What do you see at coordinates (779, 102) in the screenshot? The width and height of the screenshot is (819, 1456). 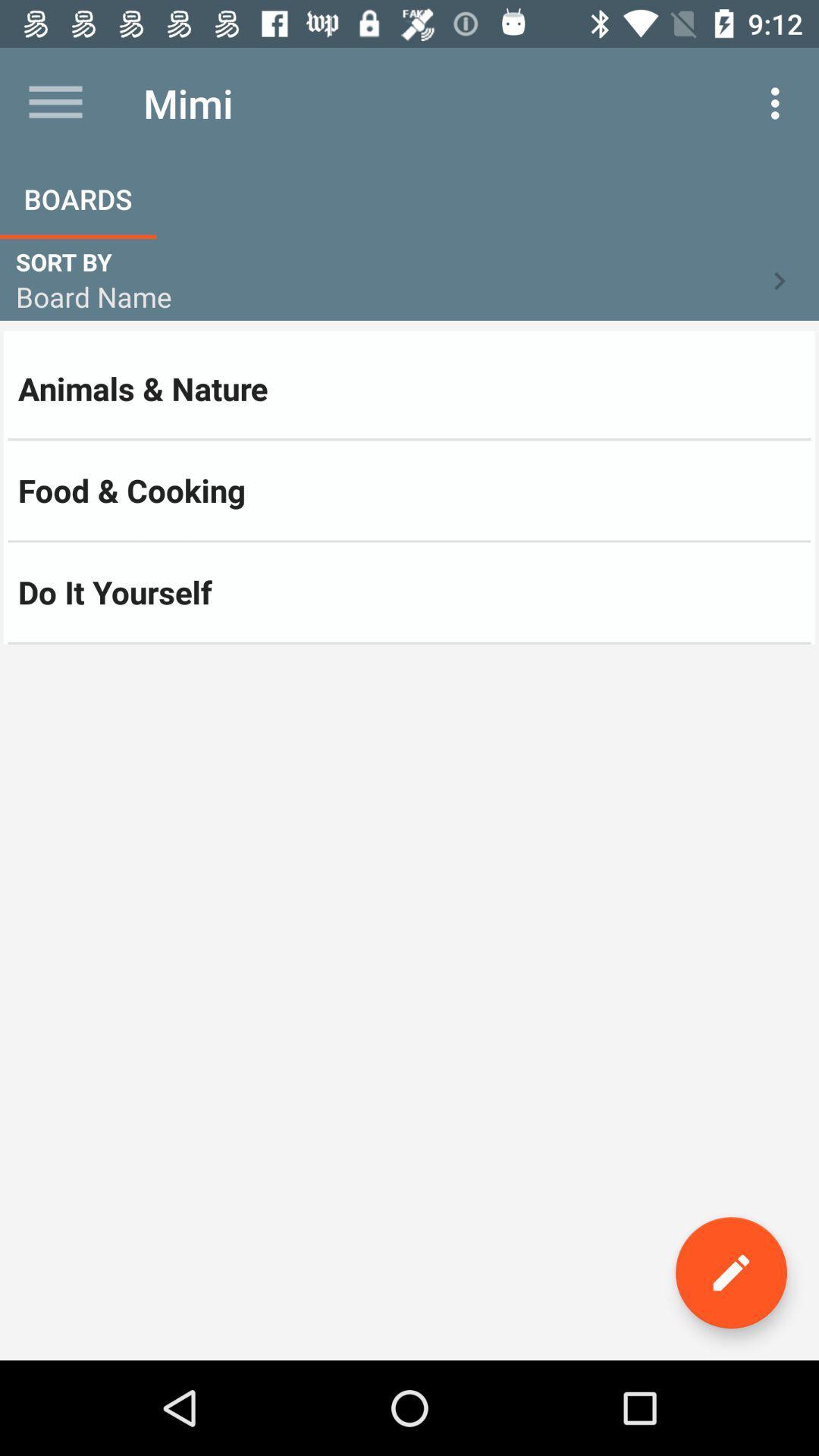 I see `item to the right of mimi` at bounding box center [779, 102].